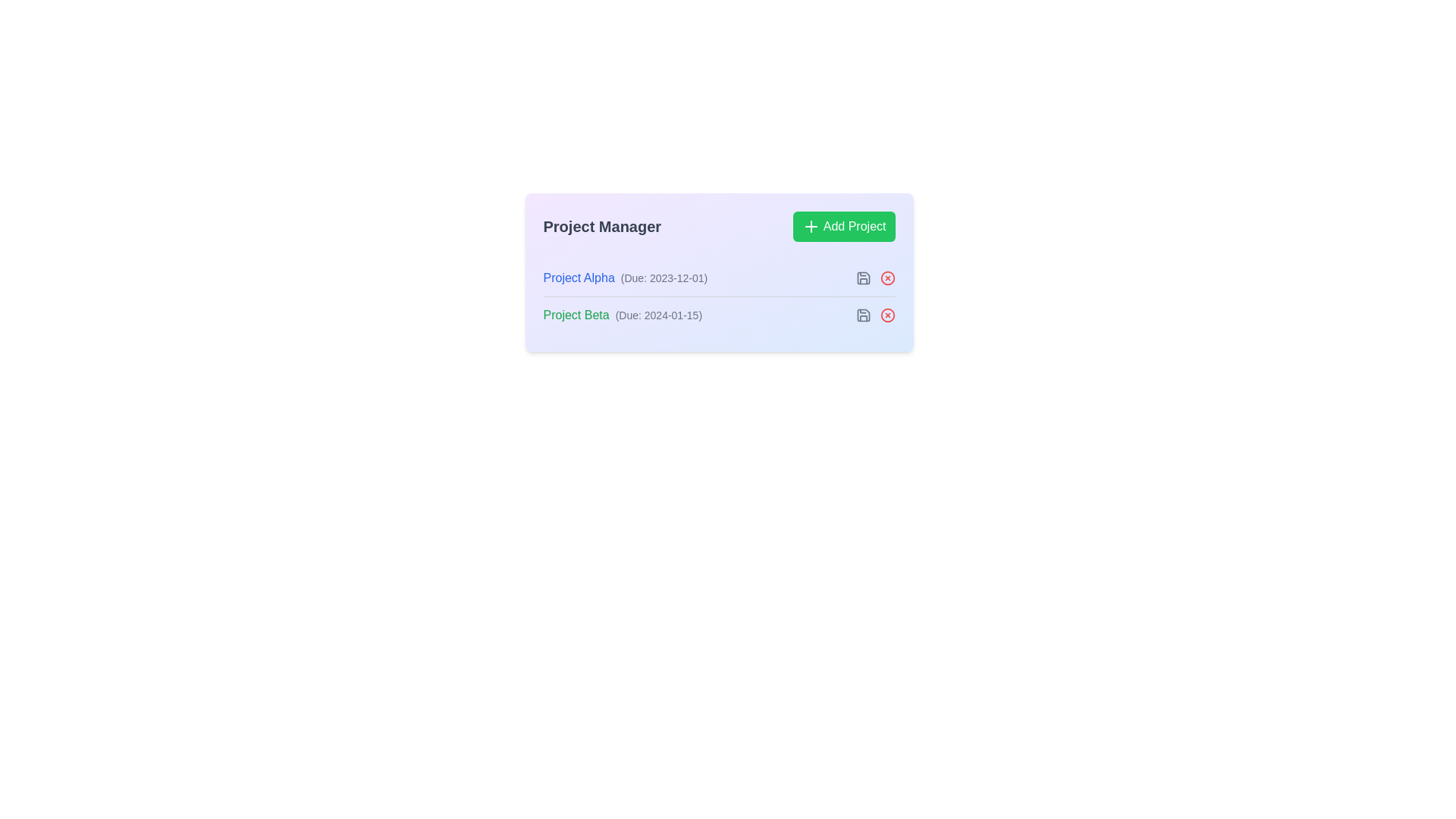  What do you see at coordinates (875, 315) in the screenshot?
I see `the gray disk save icon in the Button Group located in the bottom right corner of the 'Project Beta (Due: 2024-01-15)' row` at bounding box center [875, 315].